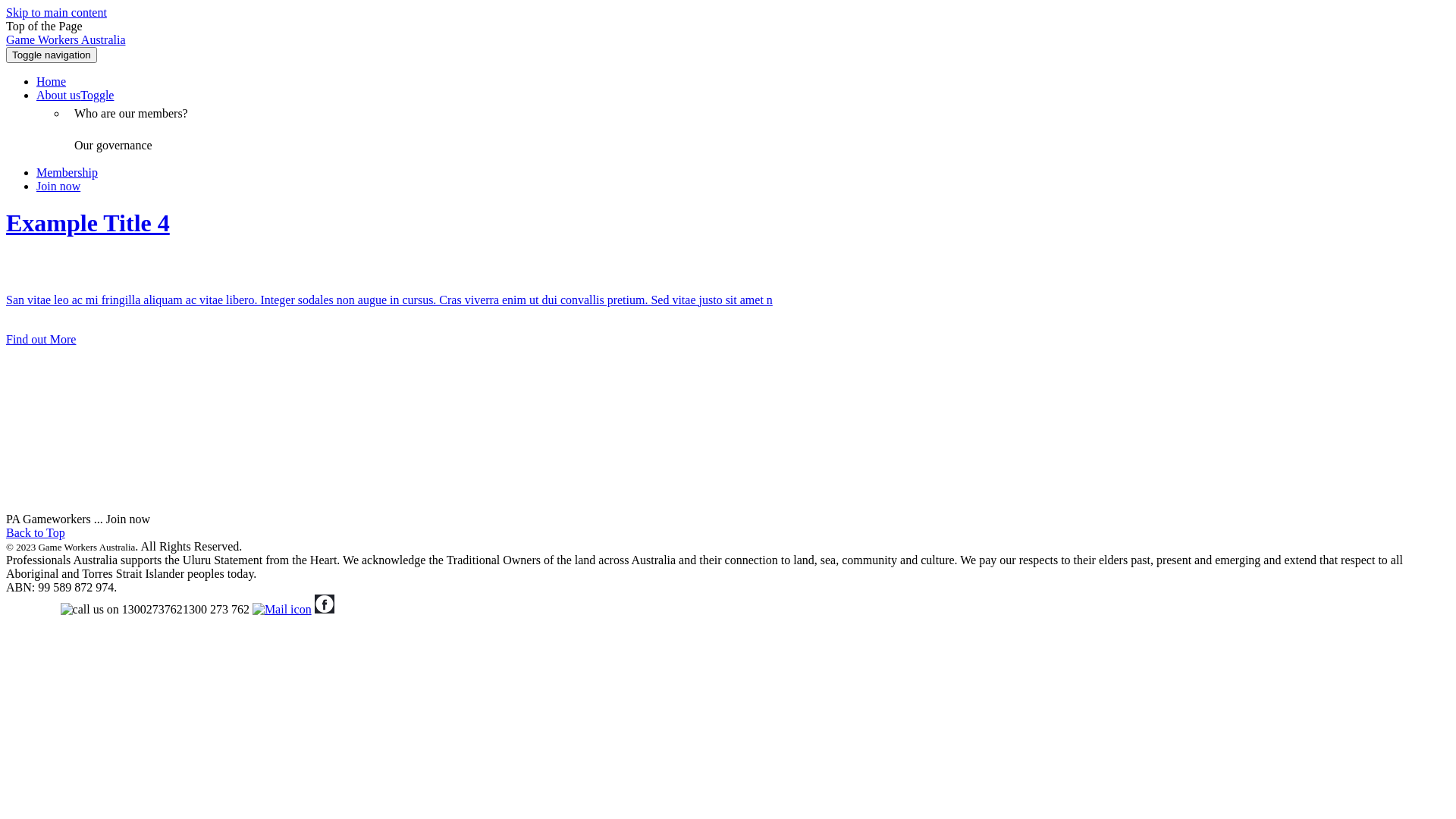  What do you see at coordinates (313, 608) in the screenshot?
I see `'Visit our Facebook page'` at bounding box center [313, 608].